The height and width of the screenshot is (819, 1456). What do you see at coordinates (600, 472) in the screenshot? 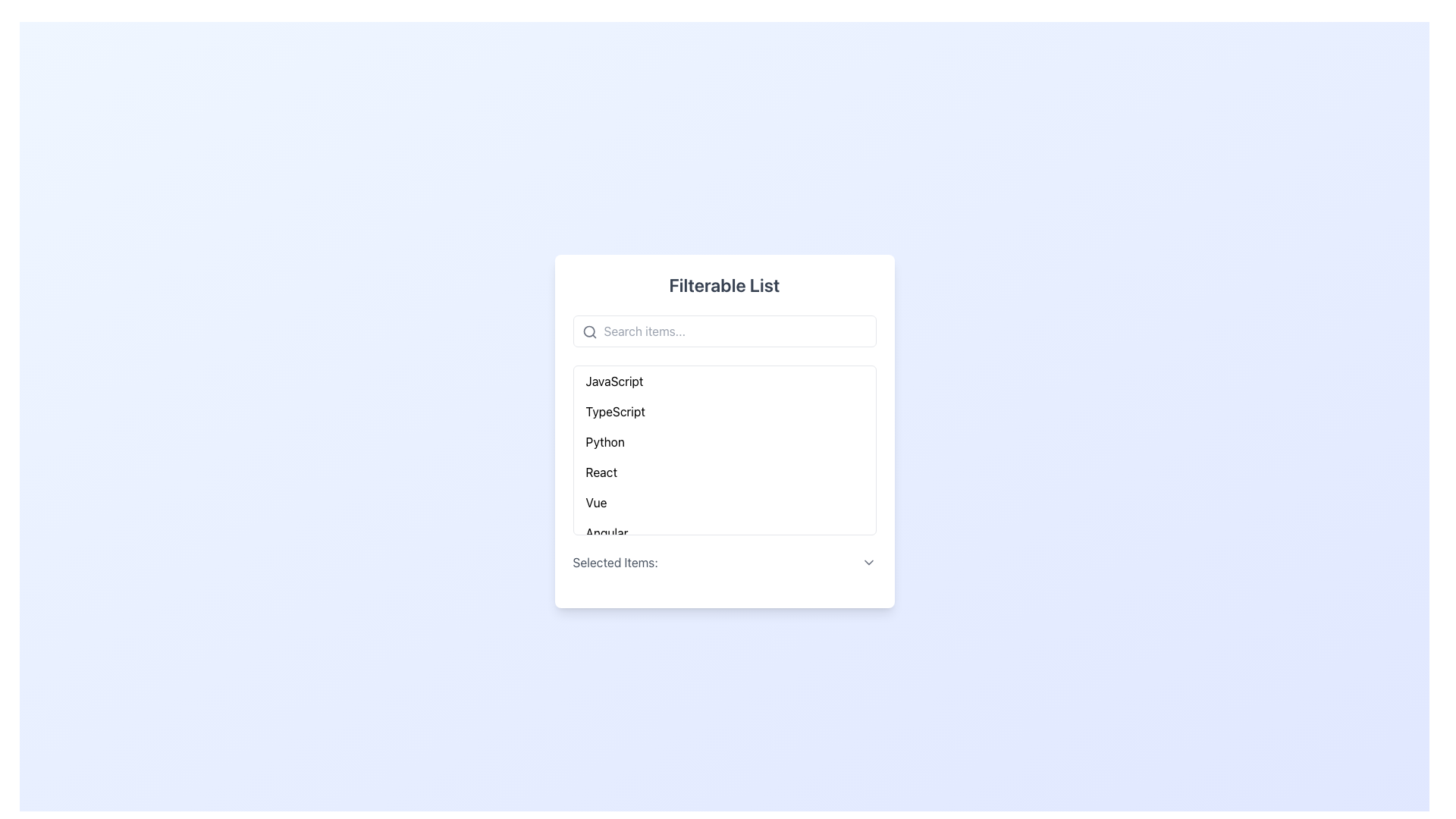
I see `to select the fourth item in the interactive list that includes options like 'JavaScript', 'TypeScript', and 'Vue'` at bounding box center [600, 472].